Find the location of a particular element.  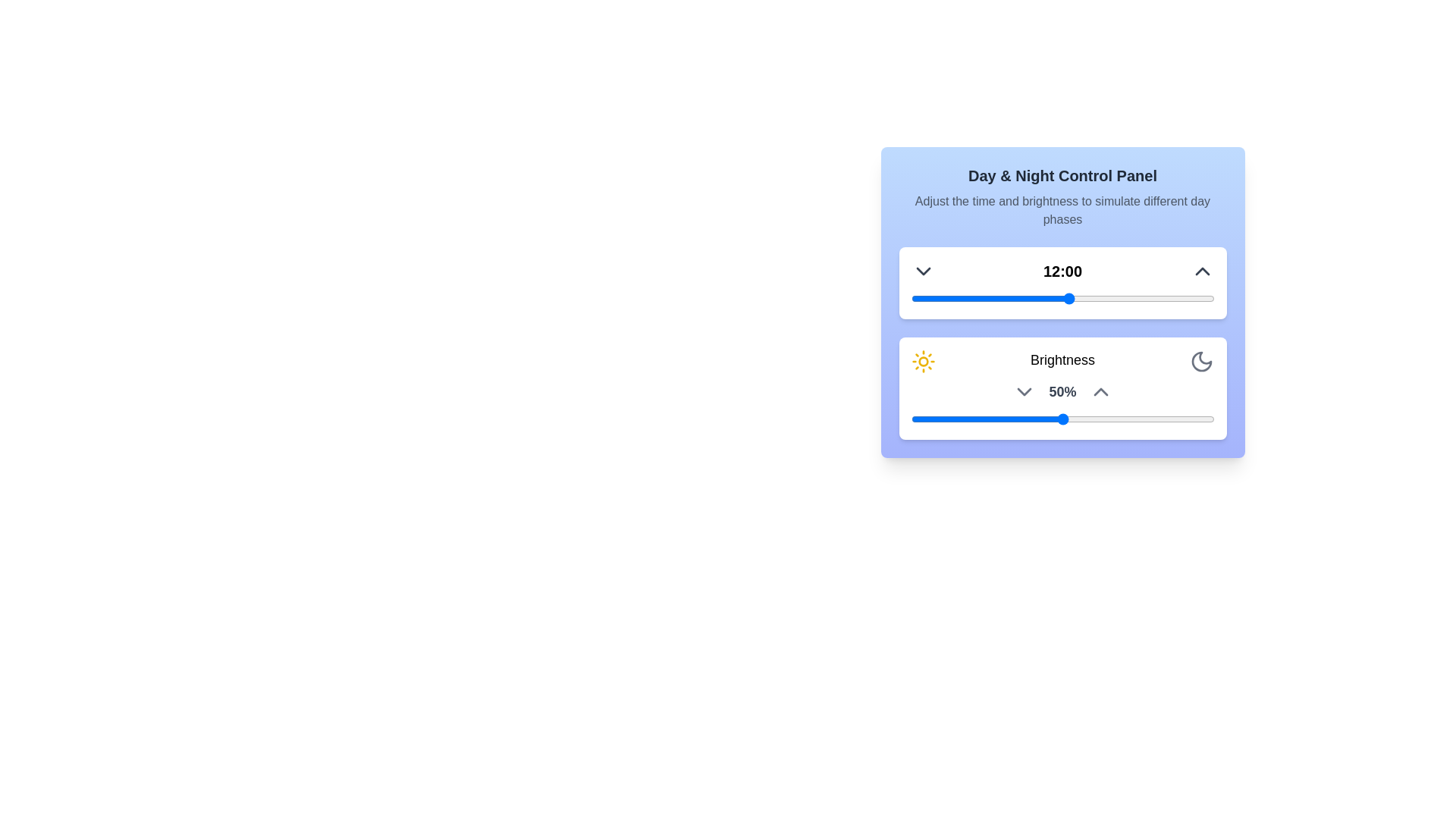

the dropdown toggle chevron icon located on the left-hand side of the time display '12:00' is located at coordinates (922, 271).